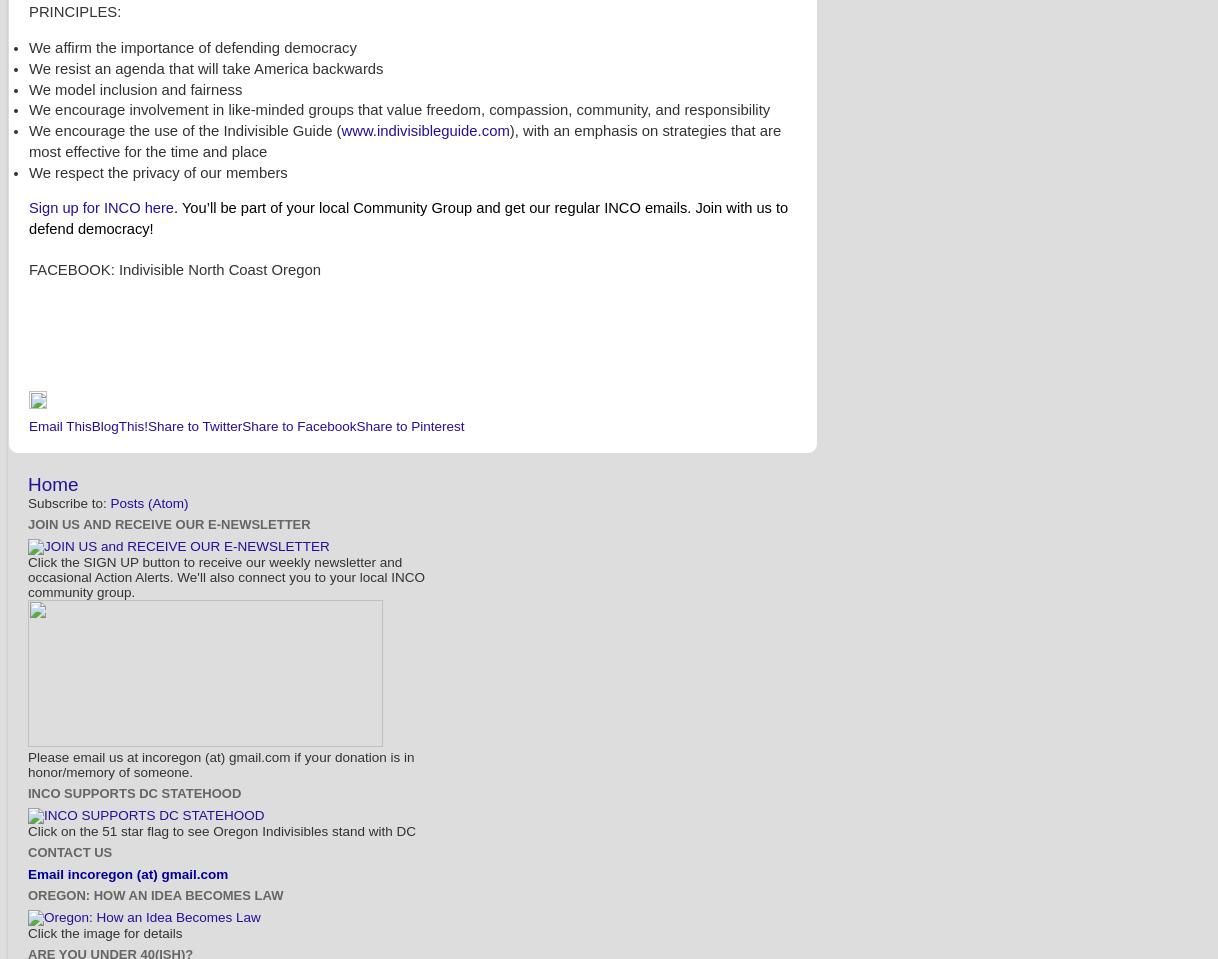 The width and height of the screenshot is (1218, 959). I want to click on 'CONTACT US', so click(69, 851).